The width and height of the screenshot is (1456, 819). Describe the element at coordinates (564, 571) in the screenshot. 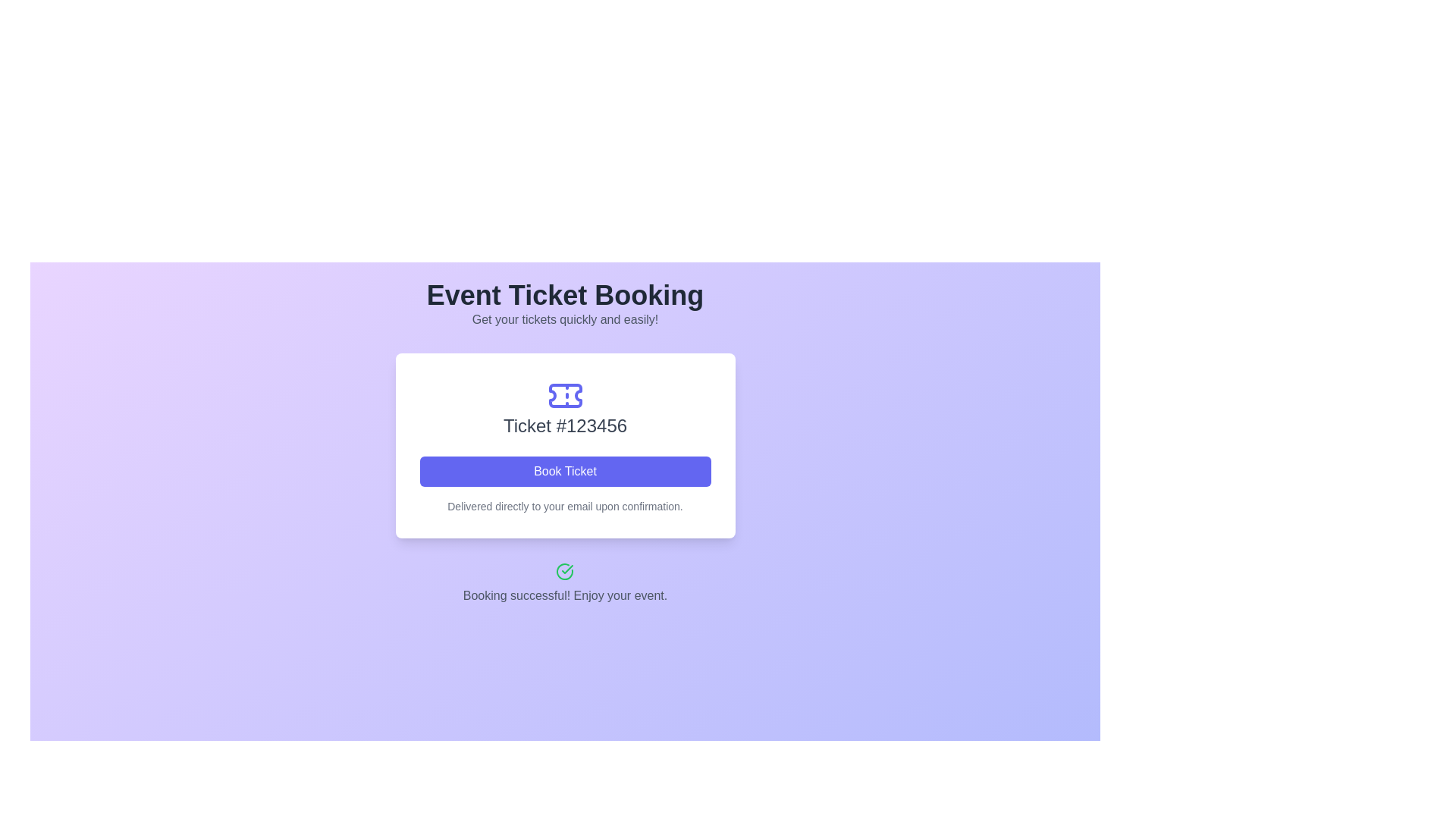

I see `the circular icon with a green outline and a checkmark inside it, indicating successful completion, which is located above the text 'Booking successful! Enjoy your event.'` at that location.